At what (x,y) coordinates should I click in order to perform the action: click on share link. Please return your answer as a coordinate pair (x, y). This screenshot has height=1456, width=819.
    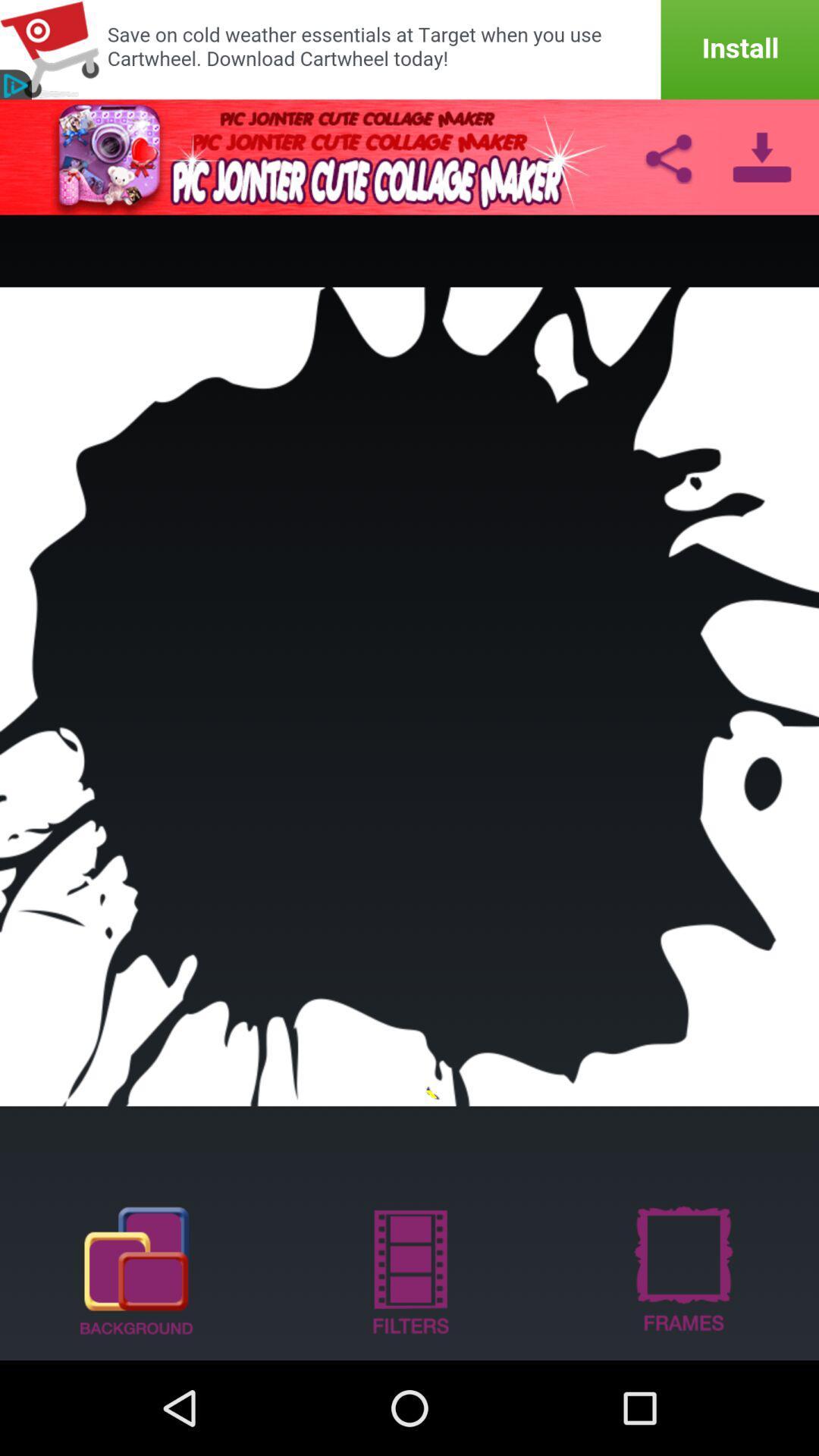
    Looking at the image, I should click on (667, 156).